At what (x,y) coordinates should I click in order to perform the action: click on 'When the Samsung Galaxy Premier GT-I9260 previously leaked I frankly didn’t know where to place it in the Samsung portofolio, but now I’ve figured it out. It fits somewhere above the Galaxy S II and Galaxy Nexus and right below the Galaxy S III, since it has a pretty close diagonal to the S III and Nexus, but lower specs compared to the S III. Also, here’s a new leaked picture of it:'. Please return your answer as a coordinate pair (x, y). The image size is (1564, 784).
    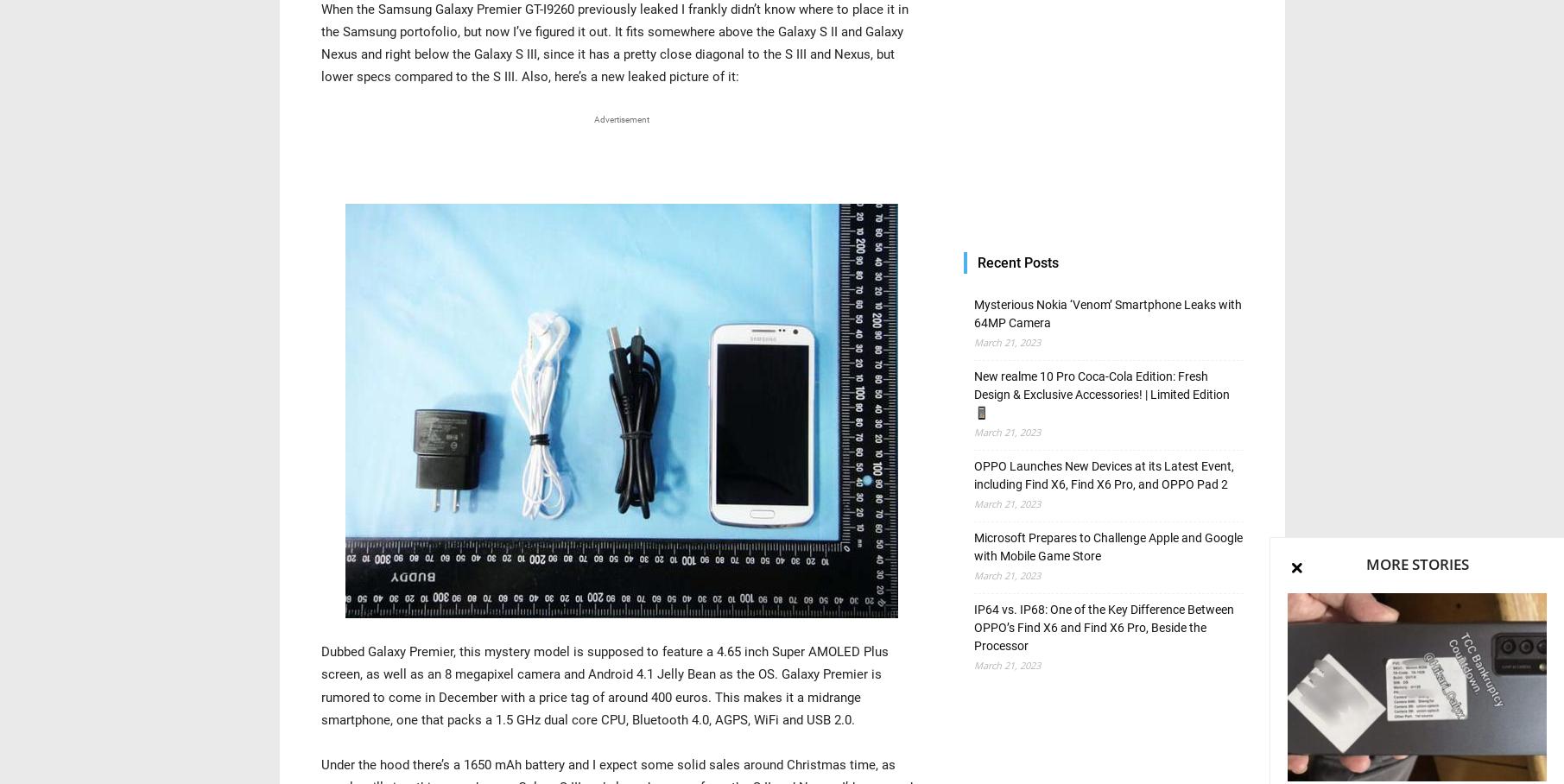
    Looking at the image, I should click on (612, 43).